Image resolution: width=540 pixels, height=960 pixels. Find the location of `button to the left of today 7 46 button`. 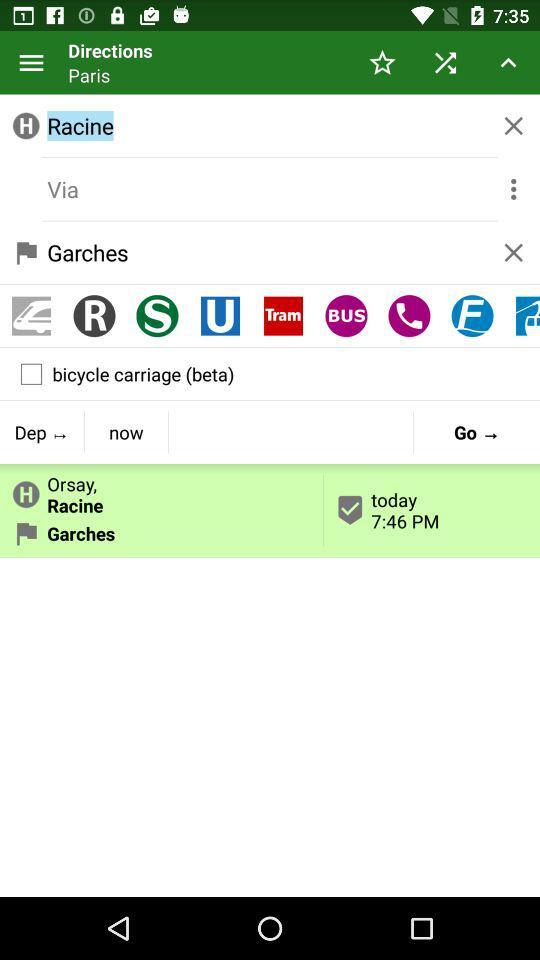

button to the left of today 7 46 button is located at coordinates (160, 489).